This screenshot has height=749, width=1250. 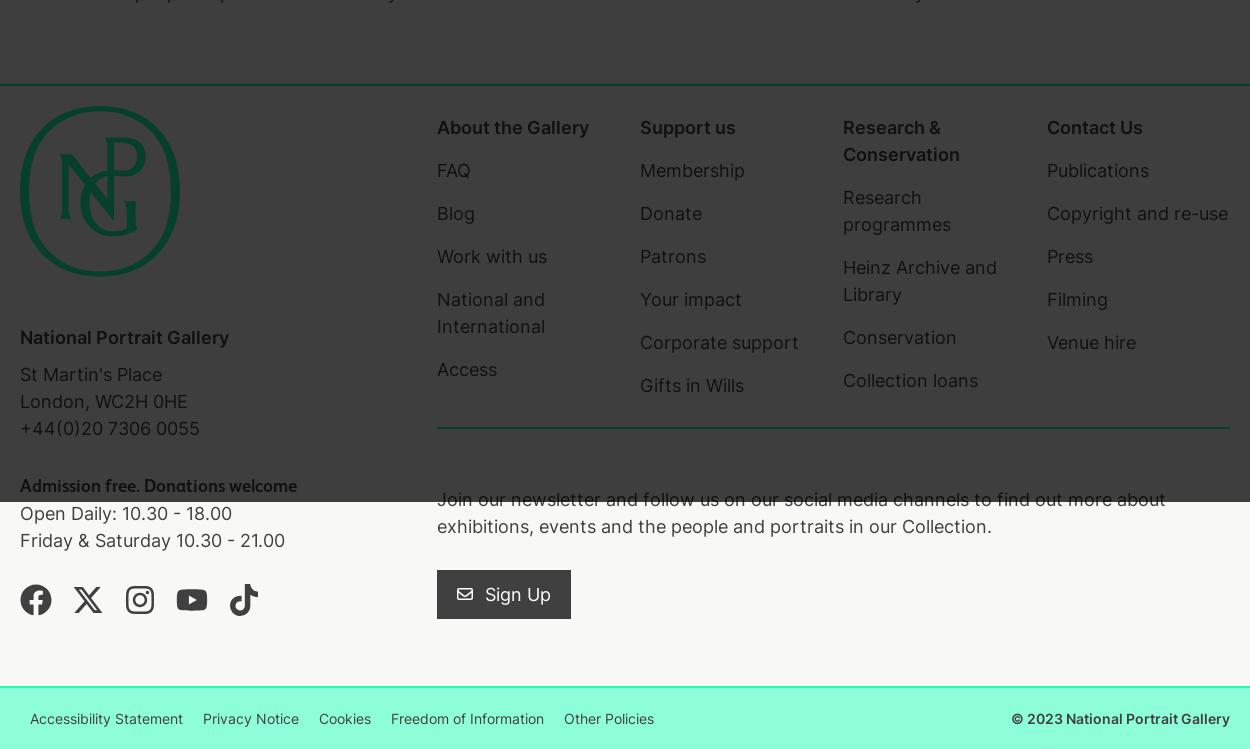 I want to click on 'Friday & Saturday 10.30 - 21.00', so click(x=152, y=539).